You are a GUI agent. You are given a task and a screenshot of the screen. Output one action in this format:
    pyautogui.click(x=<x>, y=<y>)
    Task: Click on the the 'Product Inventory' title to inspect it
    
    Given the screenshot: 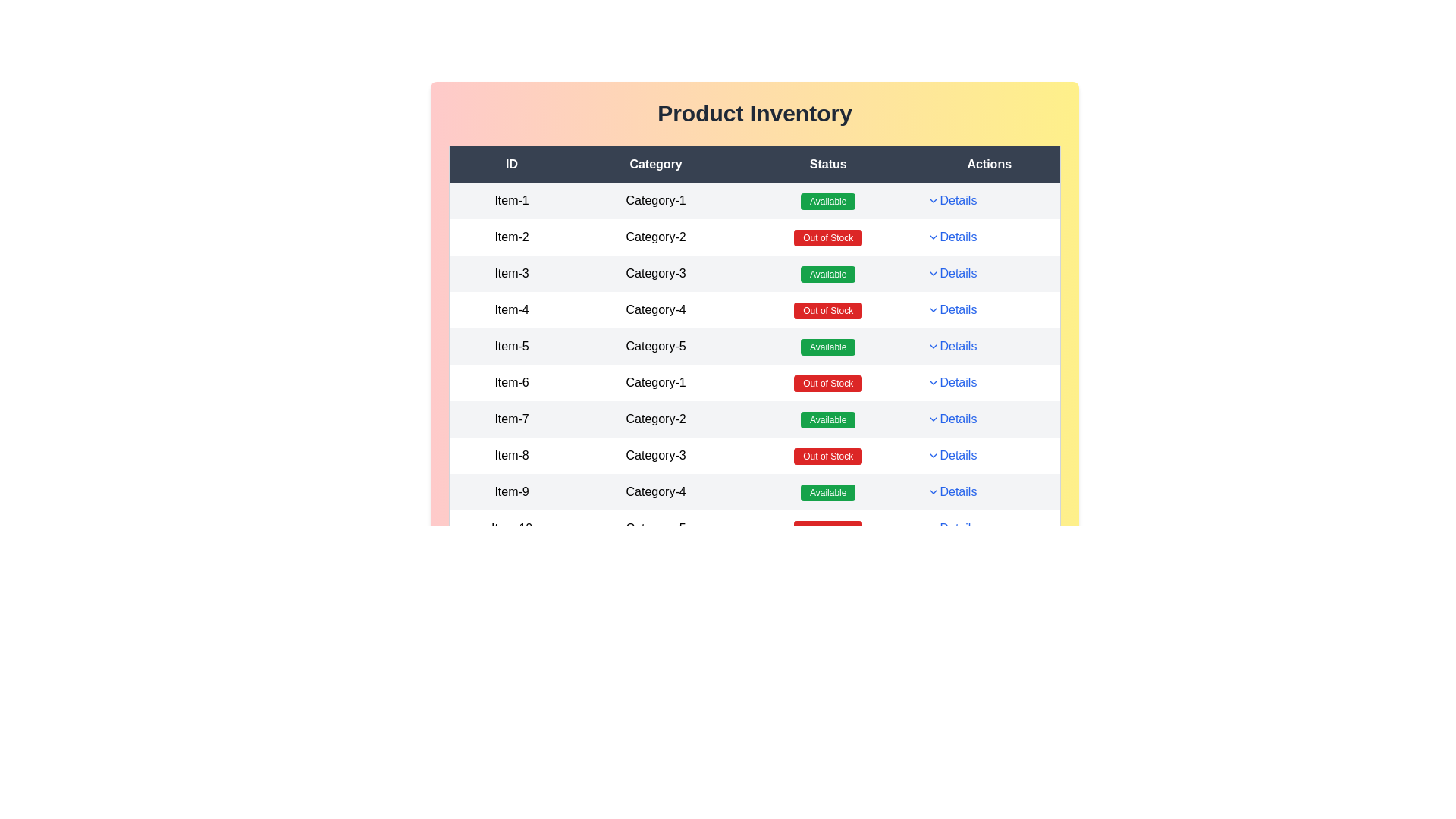 What is the action you would take?
    pyautogui.click(x=755, y=113)
    